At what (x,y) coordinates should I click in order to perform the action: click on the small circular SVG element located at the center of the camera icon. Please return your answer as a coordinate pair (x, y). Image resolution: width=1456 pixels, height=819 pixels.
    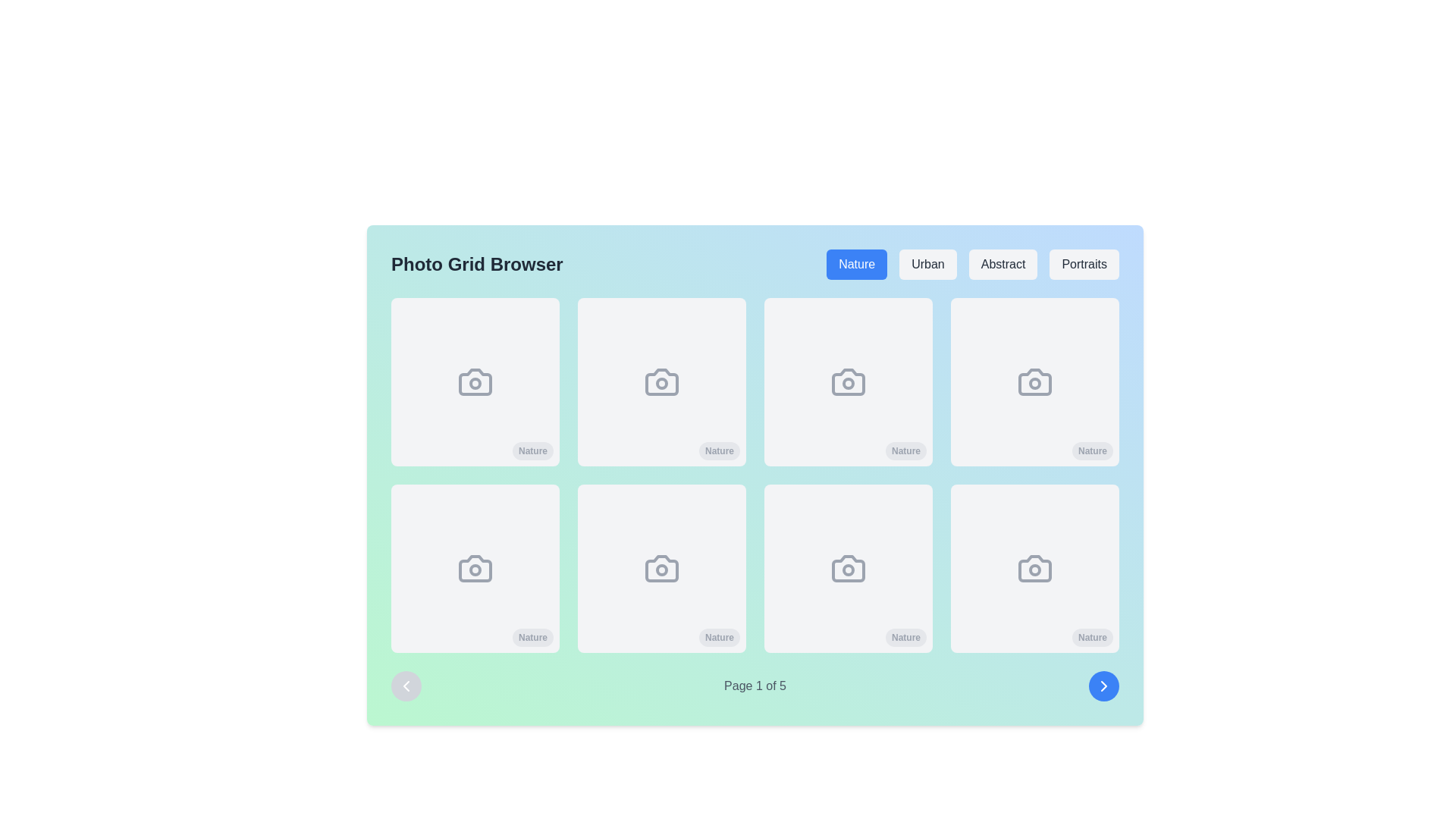
    Looking at the image, I should click on (1034, 570).